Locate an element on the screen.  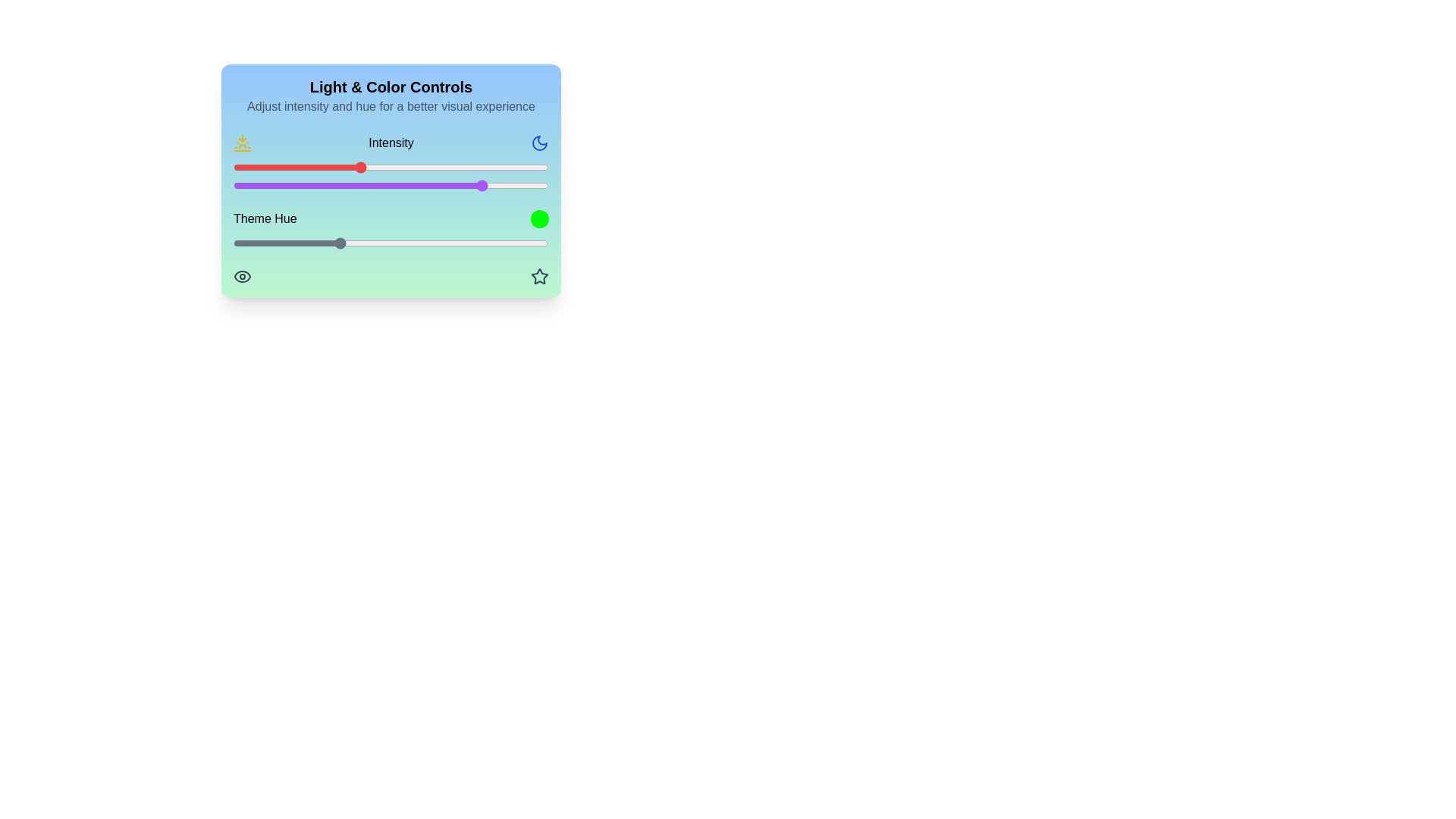
the slider value is located at coordinates (252, 185).